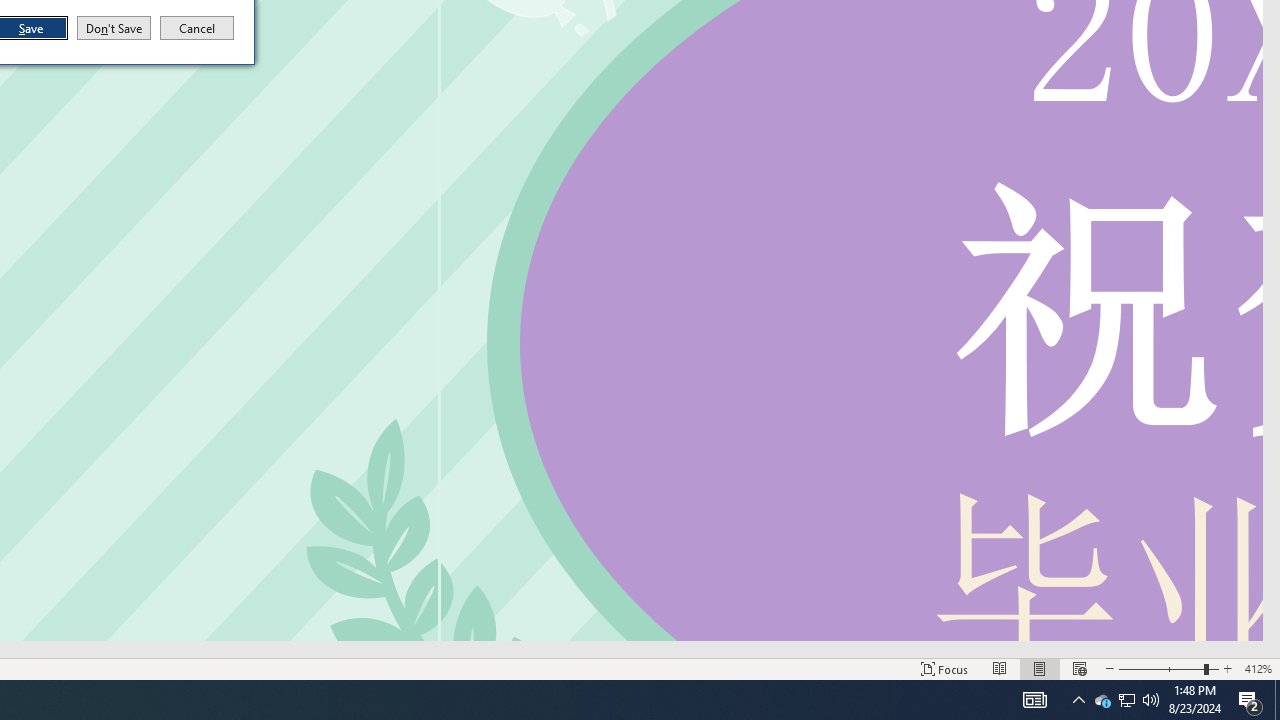 The height and width of the screenshot is (720, 1280). What do you see at coordinates (1101, 698) in the screenshot?
I see `'User Promoted Notification Area'` at bounding box center [1101, 698].